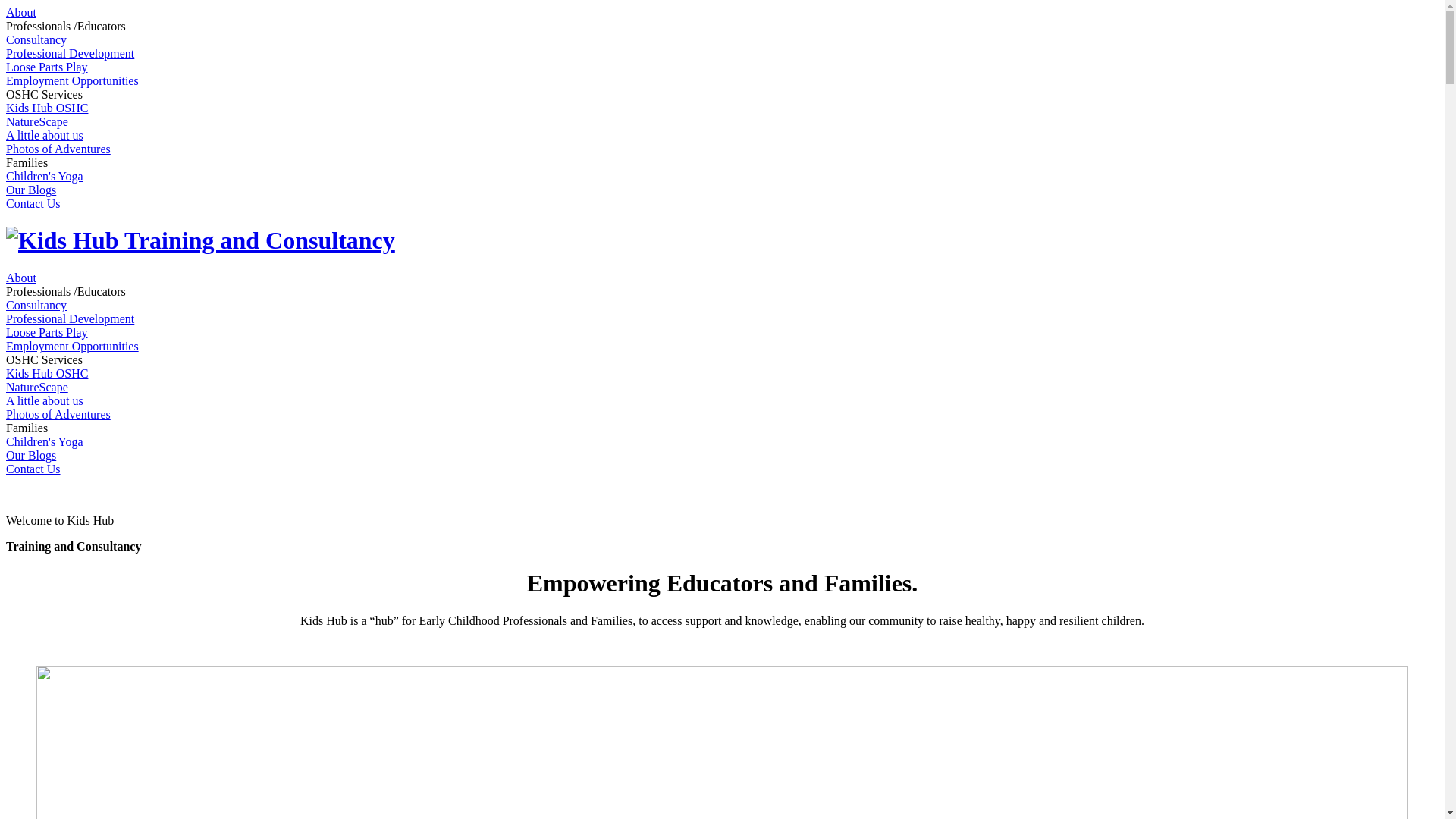  What do you see at coordinates (6, 121) in the screenshot?
I see `'NatureScape'` at bounding box center [6, 121].